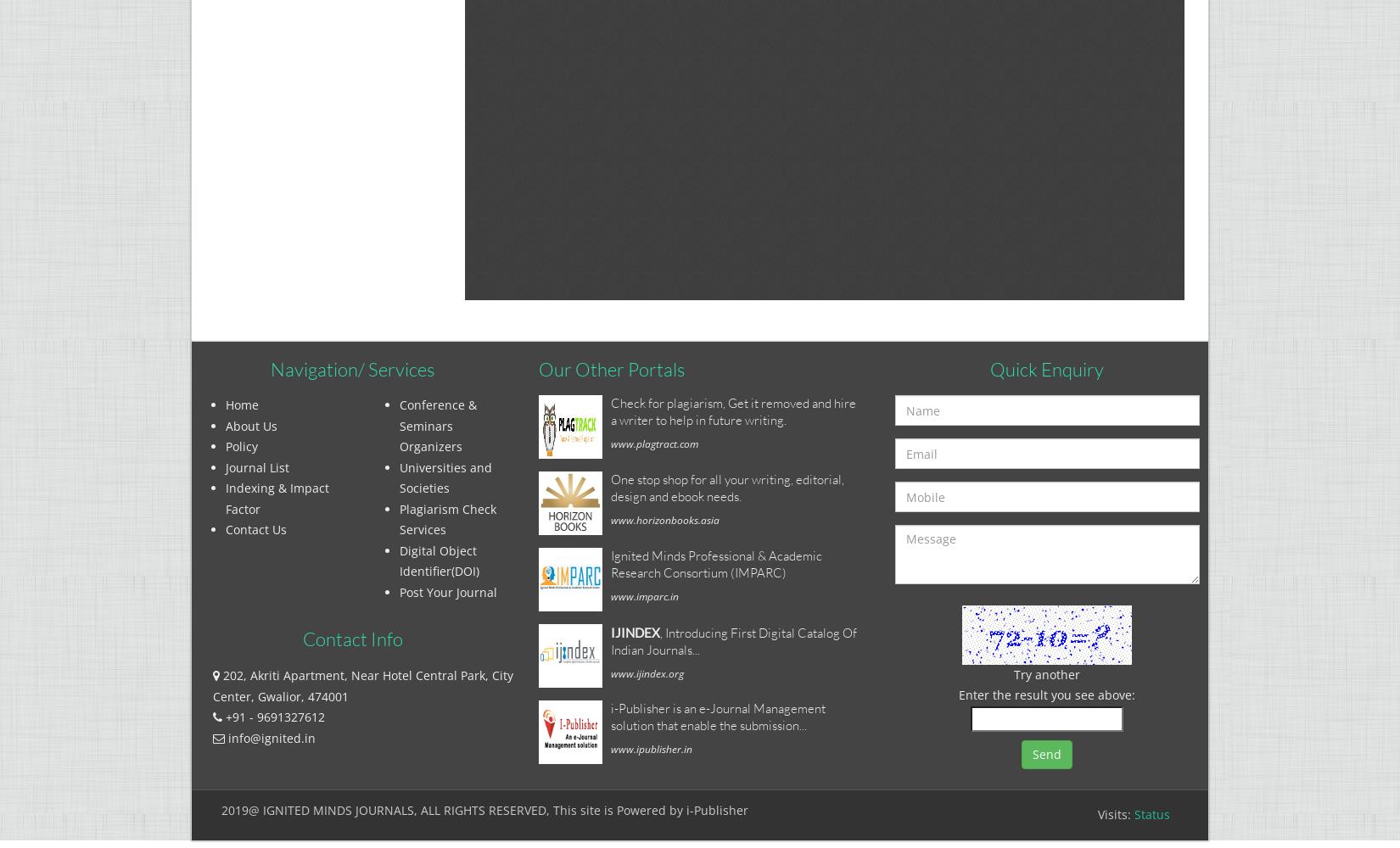 The height and width of the screenshot is (848, 1400). I want to click on 'Contact Us', so click(255, 528).